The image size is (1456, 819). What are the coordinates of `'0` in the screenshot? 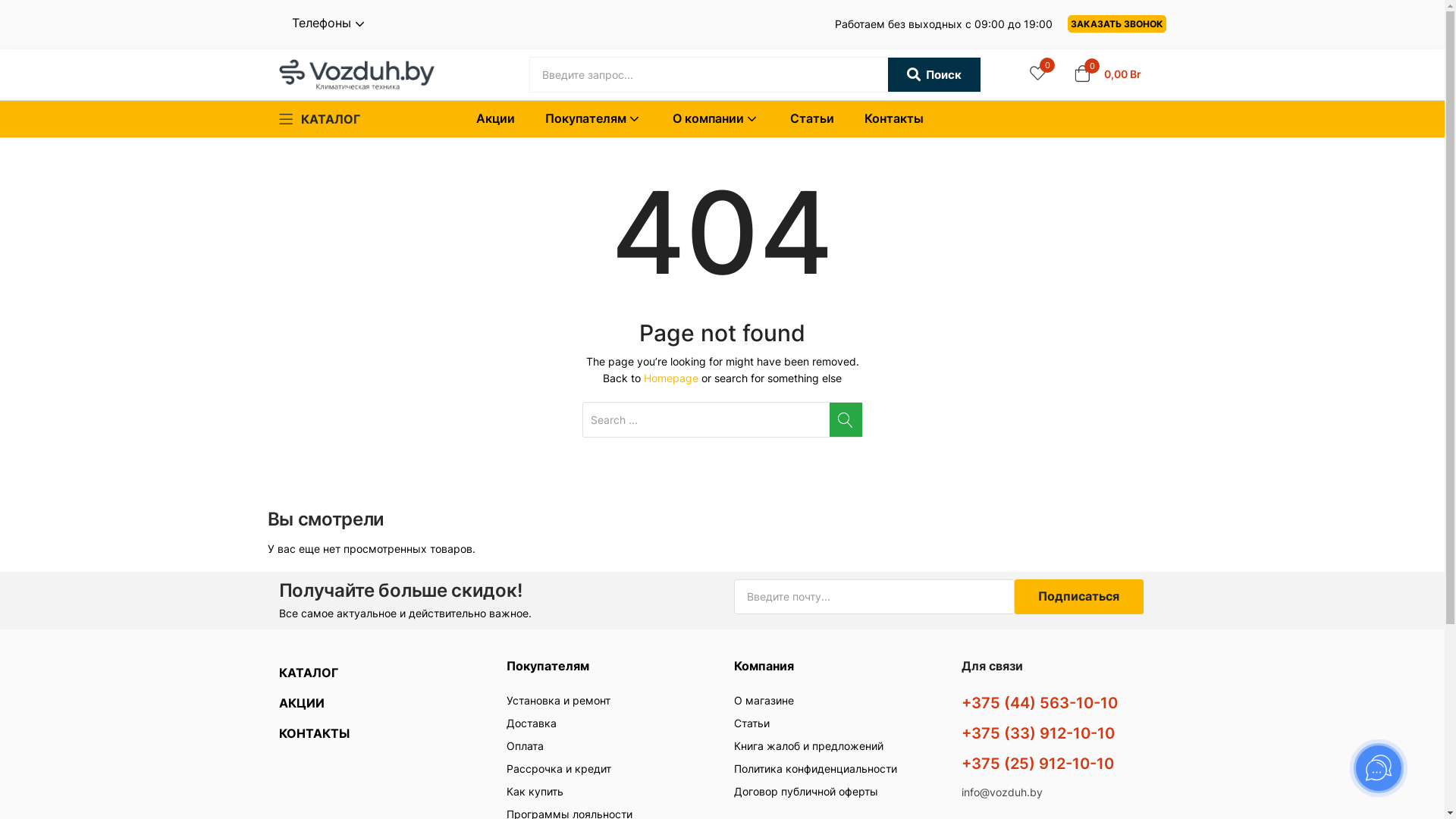 It's located at (1073, 74).